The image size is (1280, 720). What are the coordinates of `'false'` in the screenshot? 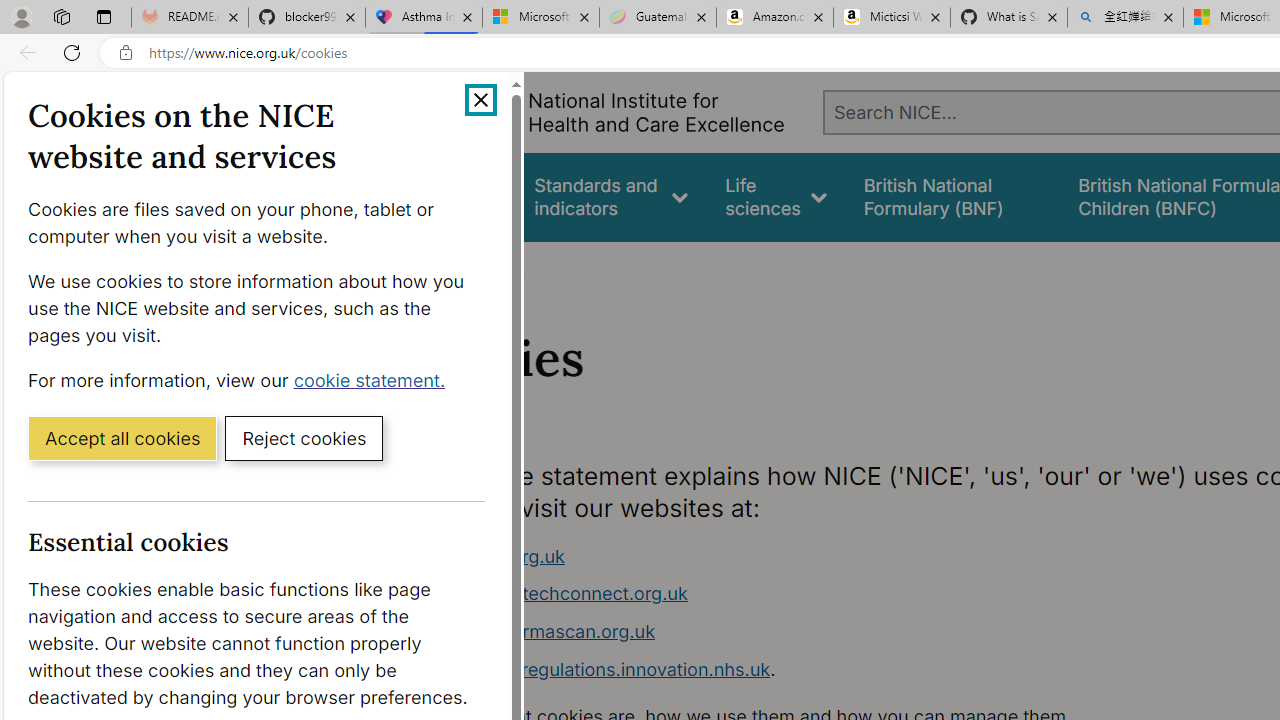 It's located at (951, 197).